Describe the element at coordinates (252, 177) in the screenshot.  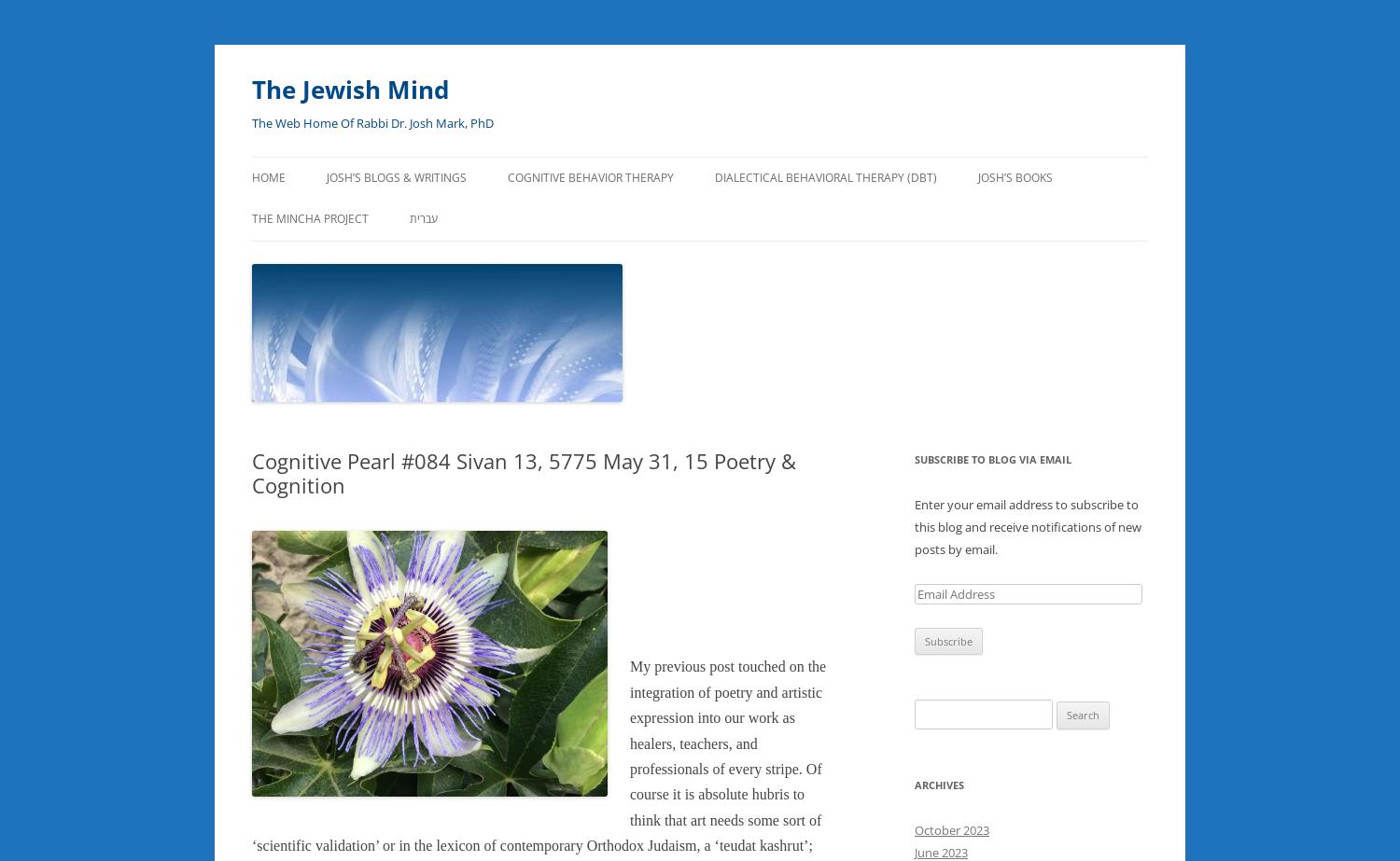
I see `'Home'` at that location.